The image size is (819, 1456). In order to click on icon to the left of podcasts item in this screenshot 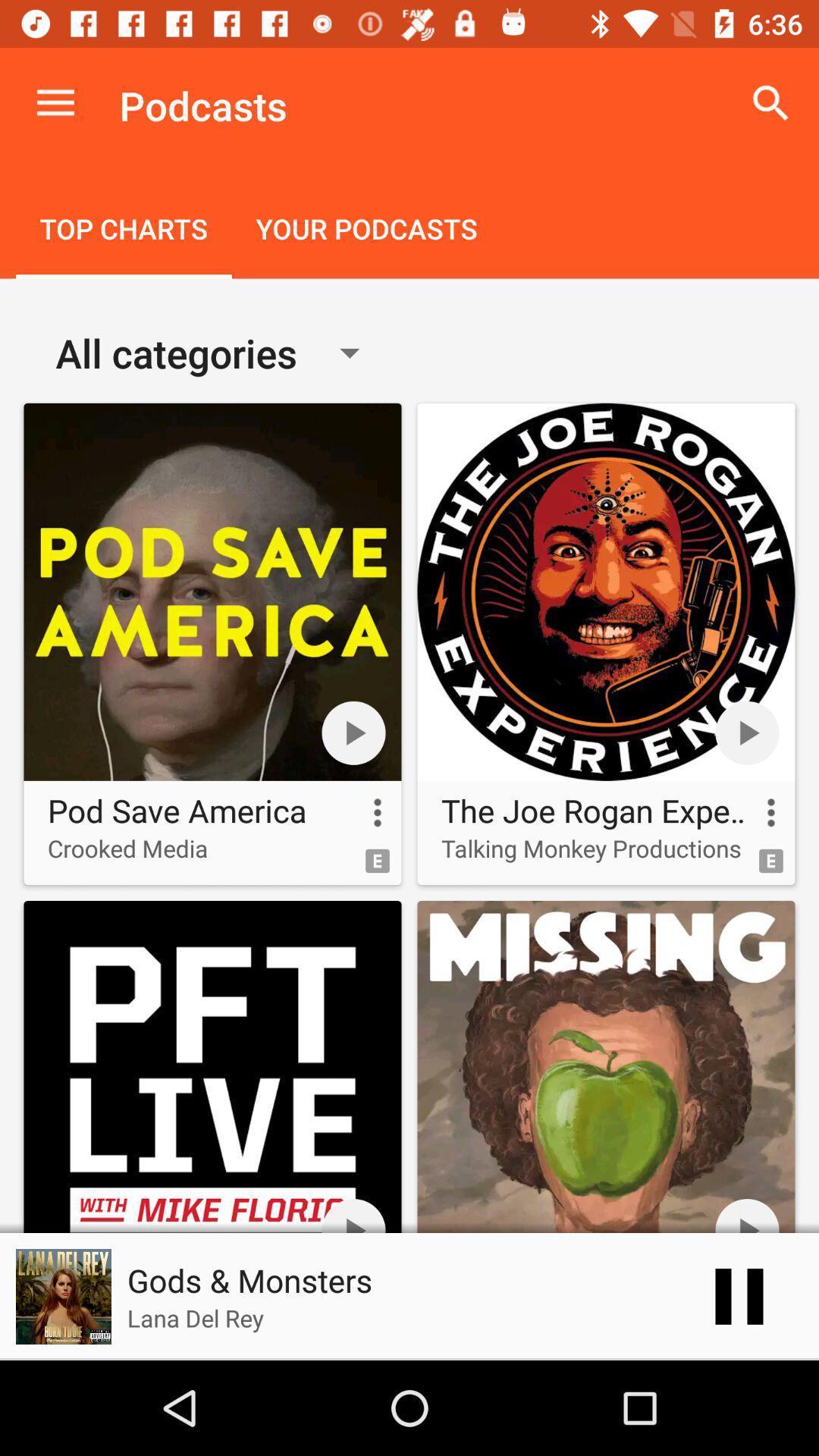, I will do `click(55, 102)`.